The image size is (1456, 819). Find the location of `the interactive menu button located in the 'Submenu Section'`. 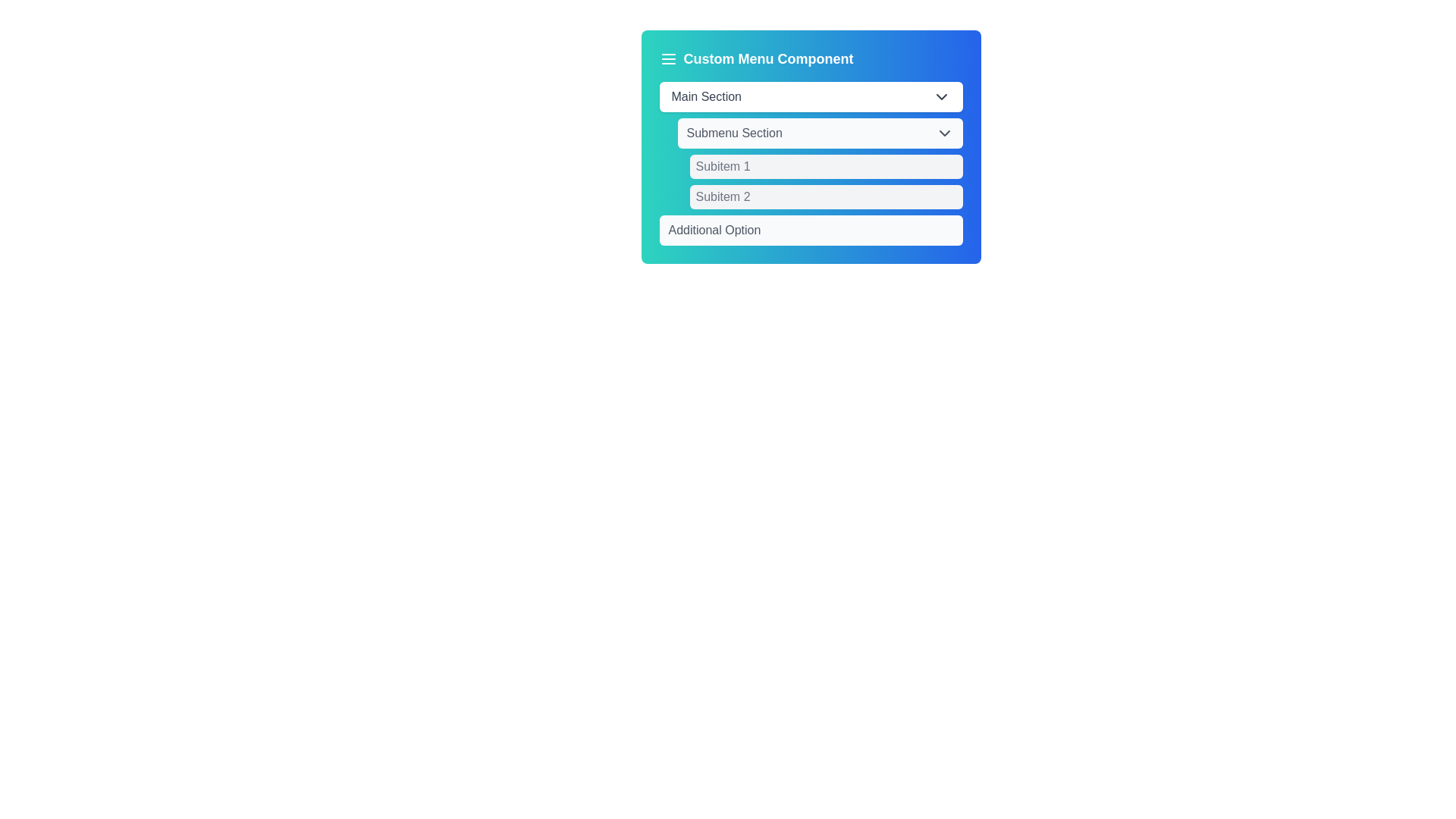

the interactive menu button located in the 'Submenu Section' is located at coordinates (825, 166).